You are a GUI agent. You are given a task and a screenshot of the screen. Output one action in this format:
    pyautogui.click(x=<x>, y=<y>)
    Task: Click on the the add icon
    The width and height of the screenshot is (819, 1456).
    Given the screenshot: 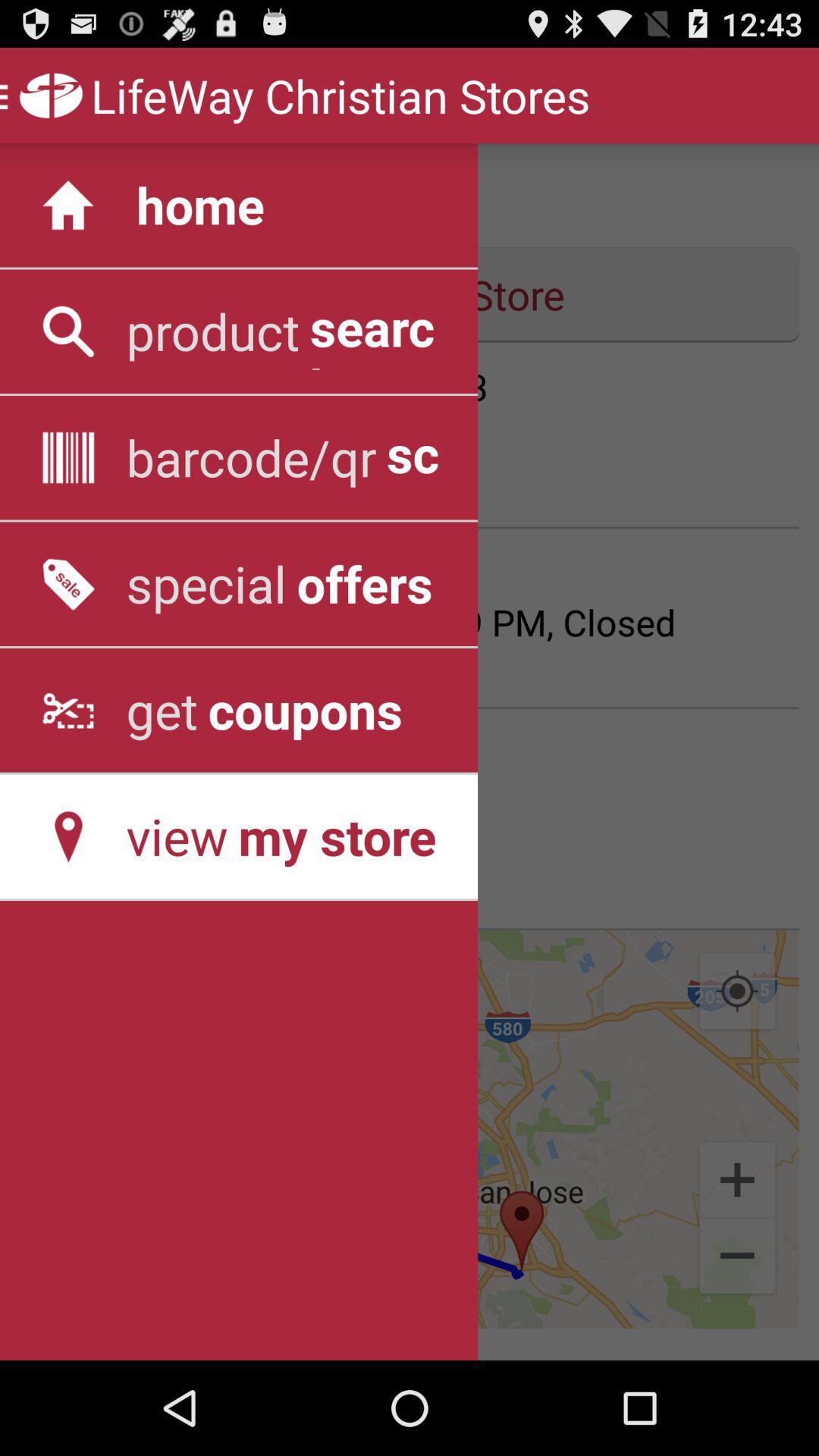 What is the action you would take?
    pyautogui.click(x=736, y=1261)
    